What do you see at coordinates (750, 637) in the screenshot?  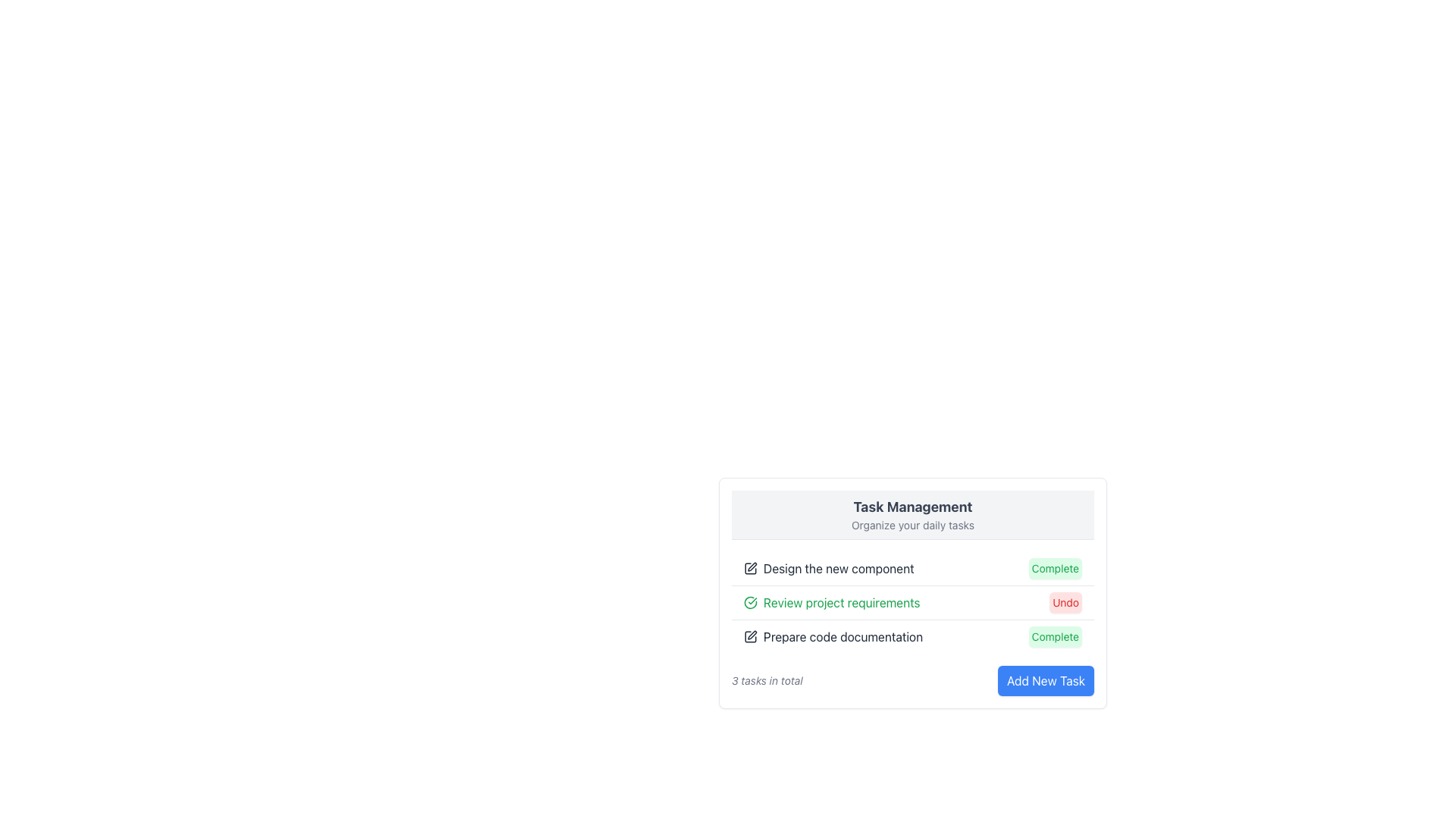 I see `the icon positioned to the left of the task title 'Prepare code documentation'` at bounding box center [750, 637].